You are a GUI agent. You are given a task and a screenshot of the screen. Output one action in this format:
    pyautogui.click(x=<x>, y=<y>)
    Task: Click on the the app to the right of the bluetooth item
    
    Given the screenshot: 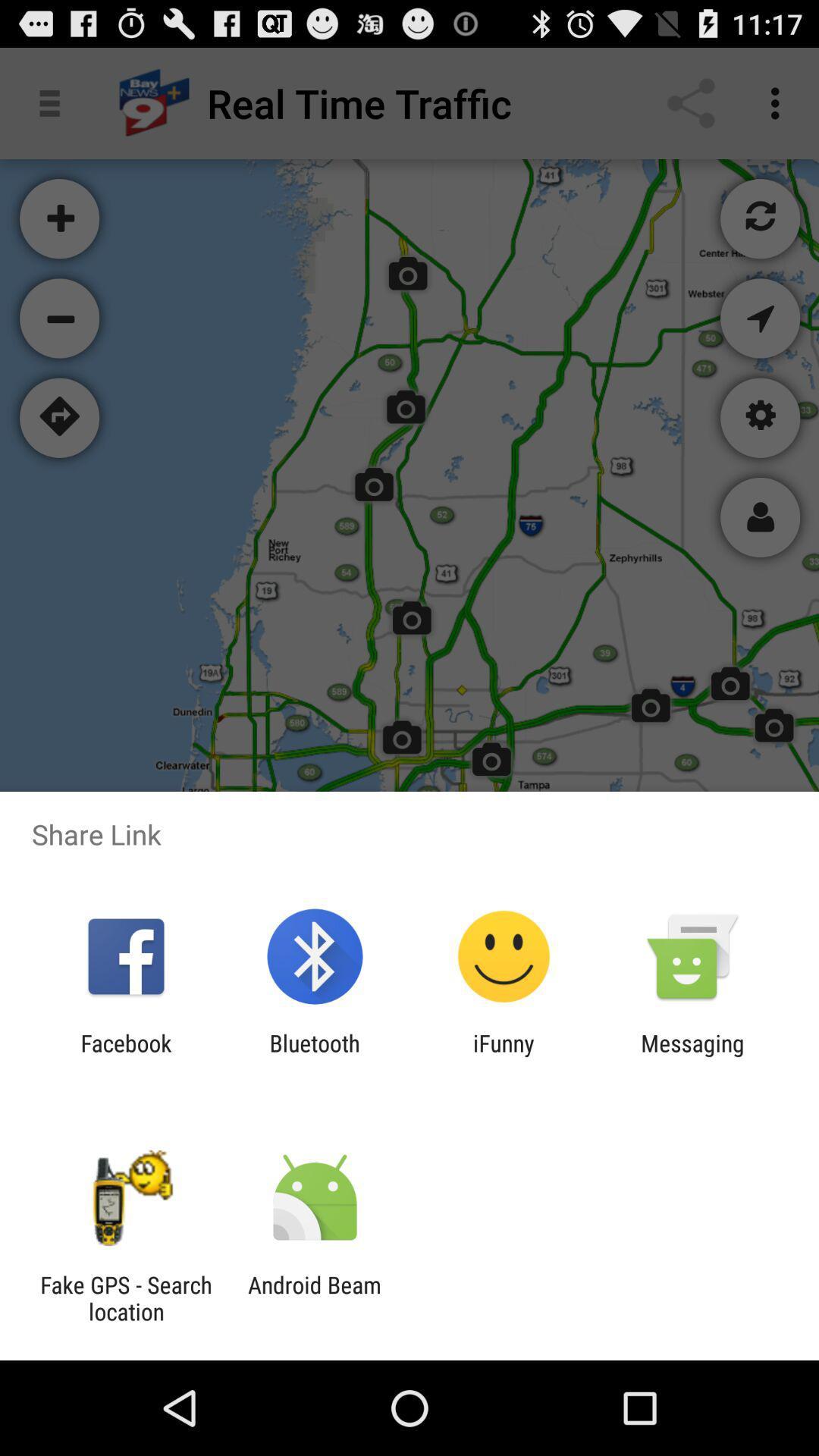 What is the action you would take?
    pyautogui.click(x=504, y=1056)
    